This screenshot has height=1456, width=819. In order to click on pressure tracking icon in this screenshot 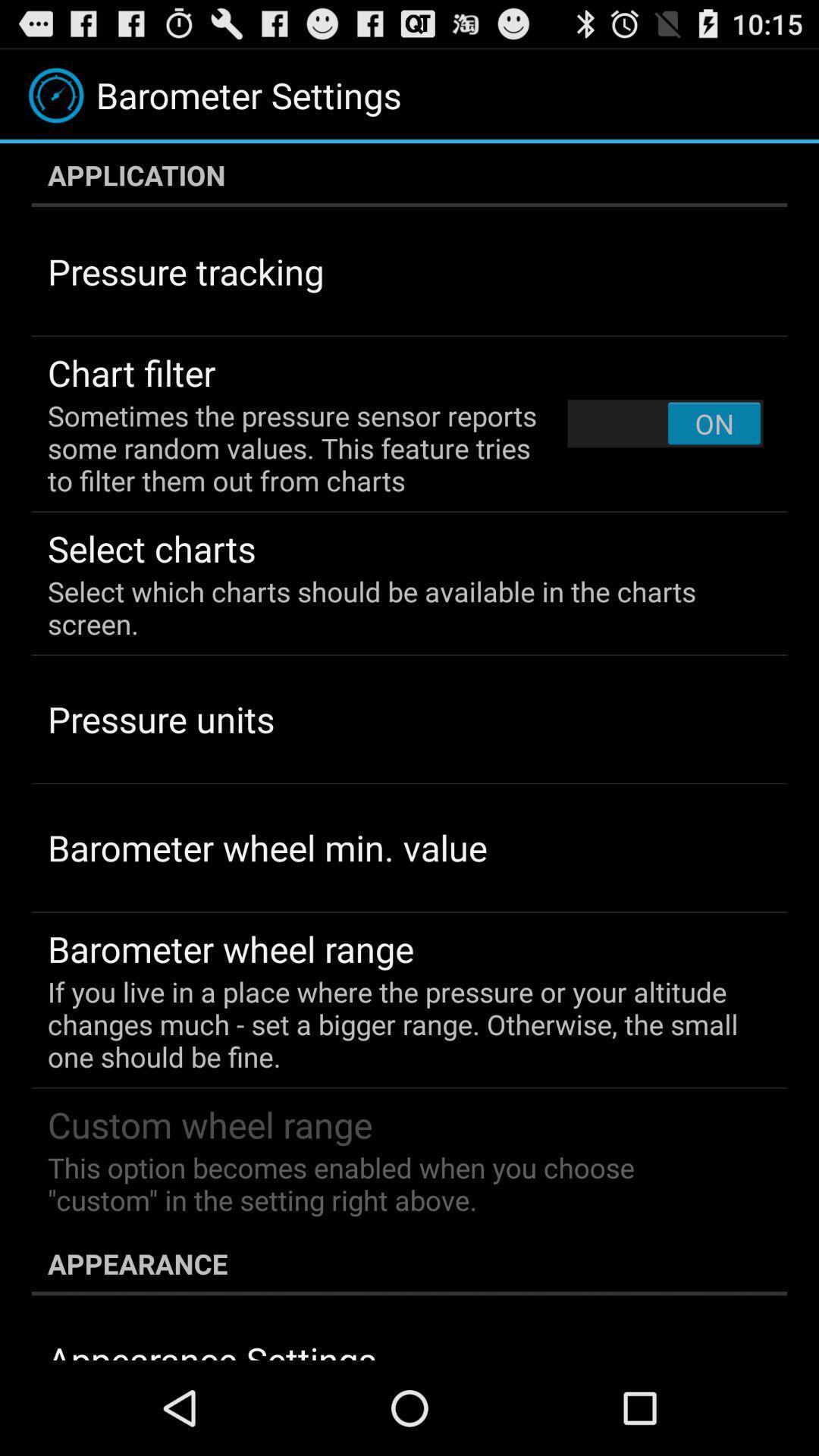, I will do `click(185, 271)`.